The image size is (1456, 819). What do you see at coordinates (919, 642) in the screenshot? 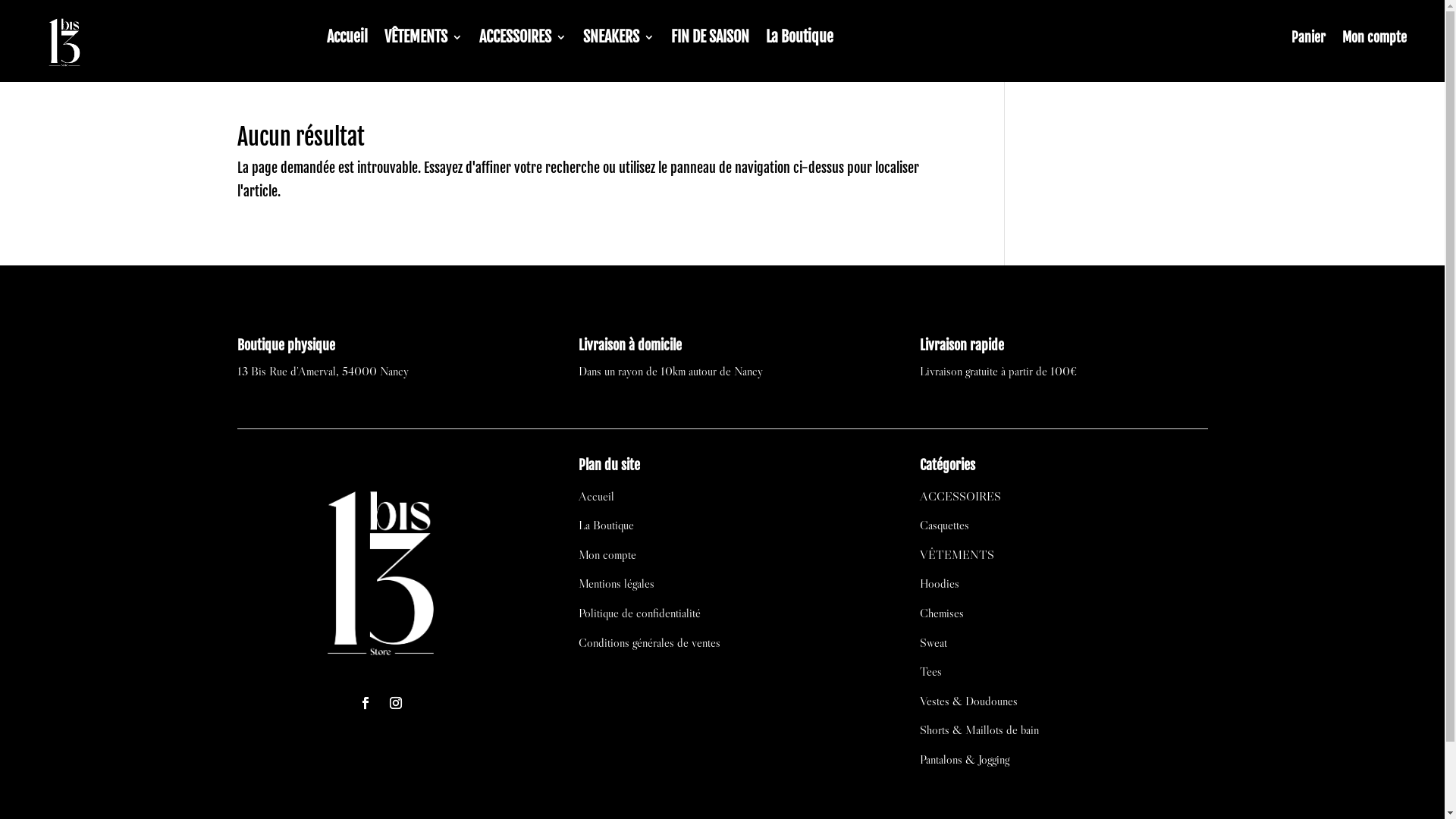
I see `'Sweat'` at bounding box center [919, 642].